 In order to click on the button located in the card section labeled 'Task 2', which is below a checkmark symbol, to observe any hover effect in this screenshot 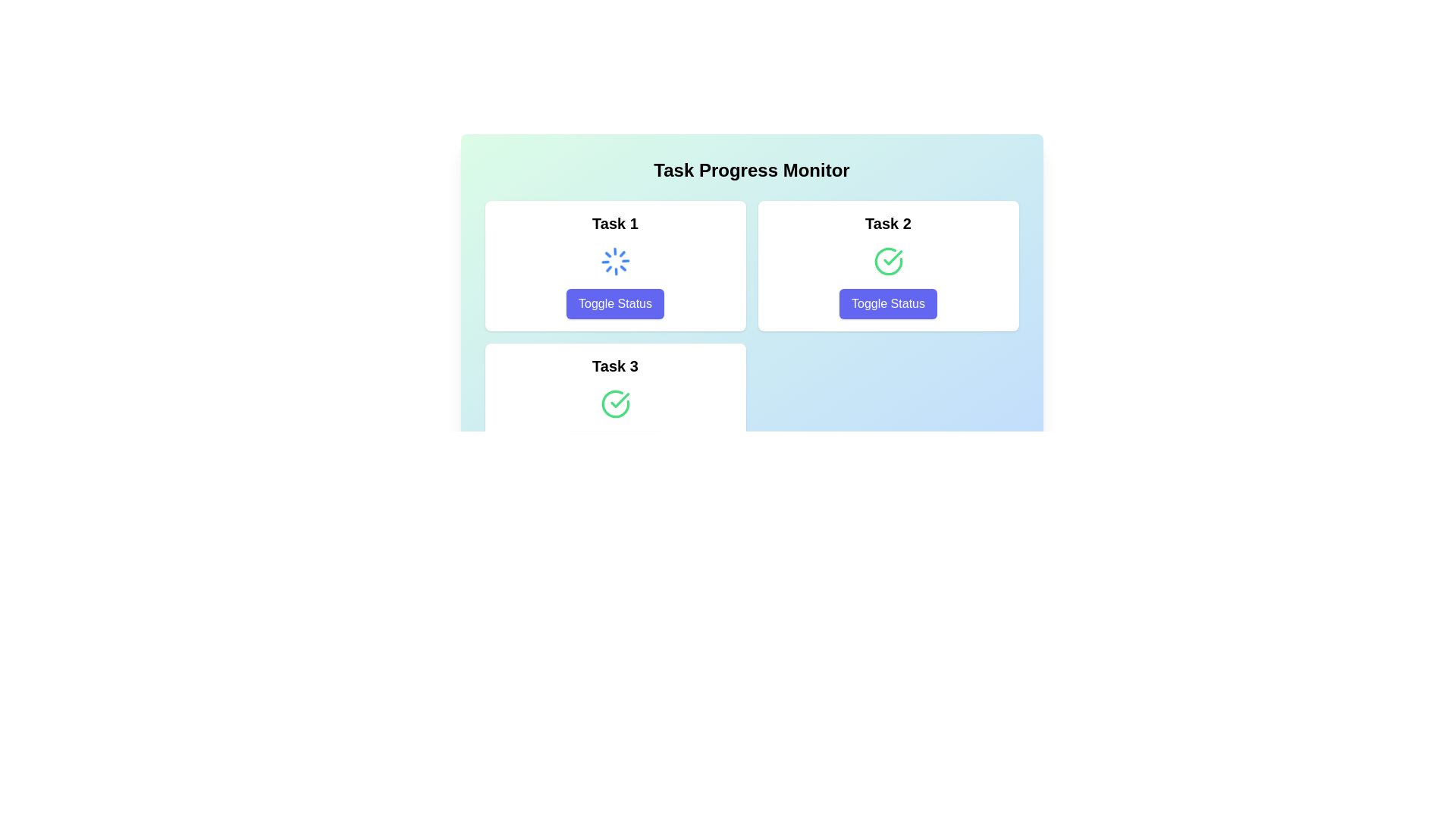, I will do `click(888, 304)`.